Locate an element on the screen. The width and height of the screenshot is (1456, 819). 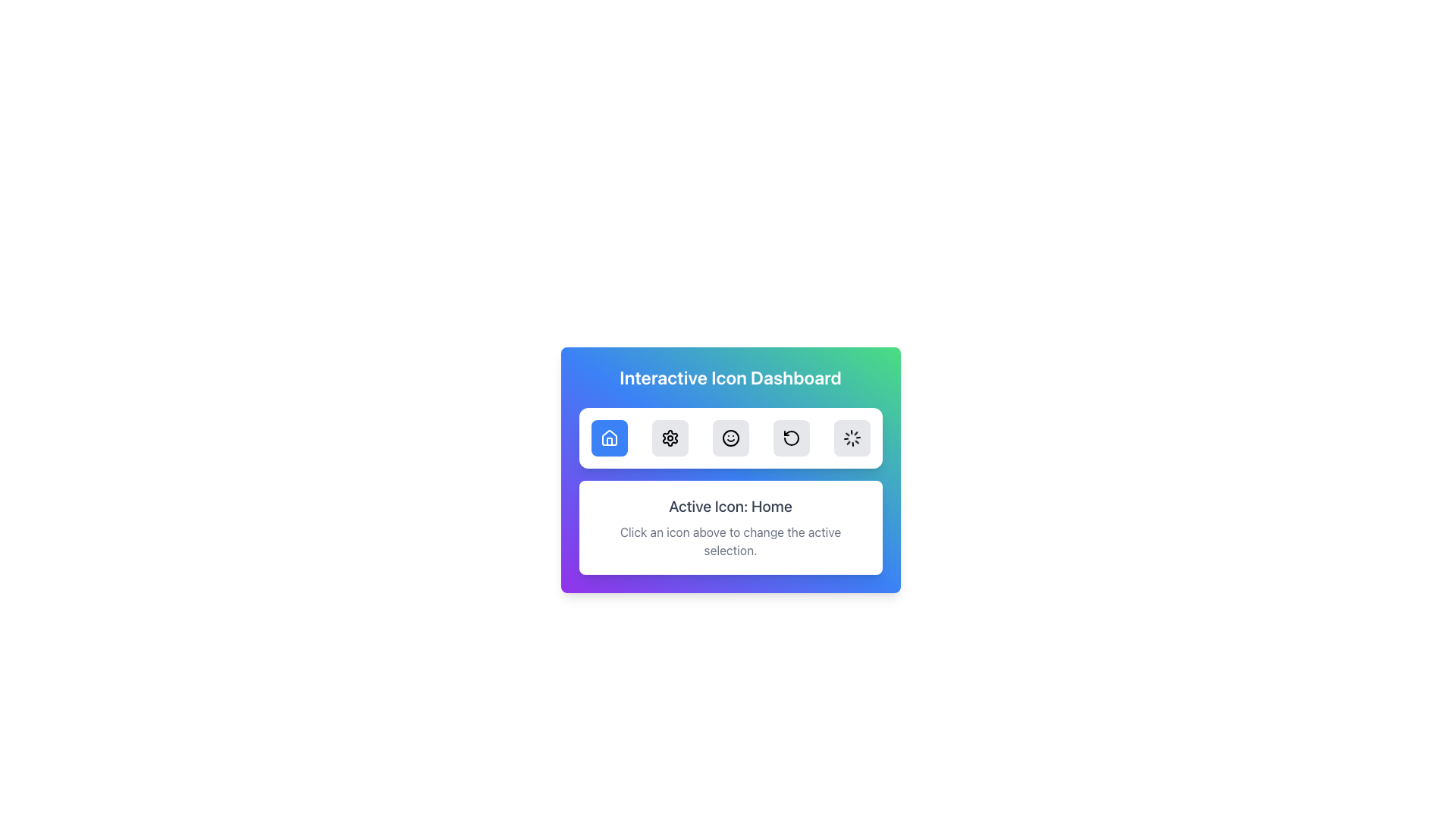
the third button in a row of five, which has a gray background and a circular black smiley face icon is located at coordinates (730, 438).